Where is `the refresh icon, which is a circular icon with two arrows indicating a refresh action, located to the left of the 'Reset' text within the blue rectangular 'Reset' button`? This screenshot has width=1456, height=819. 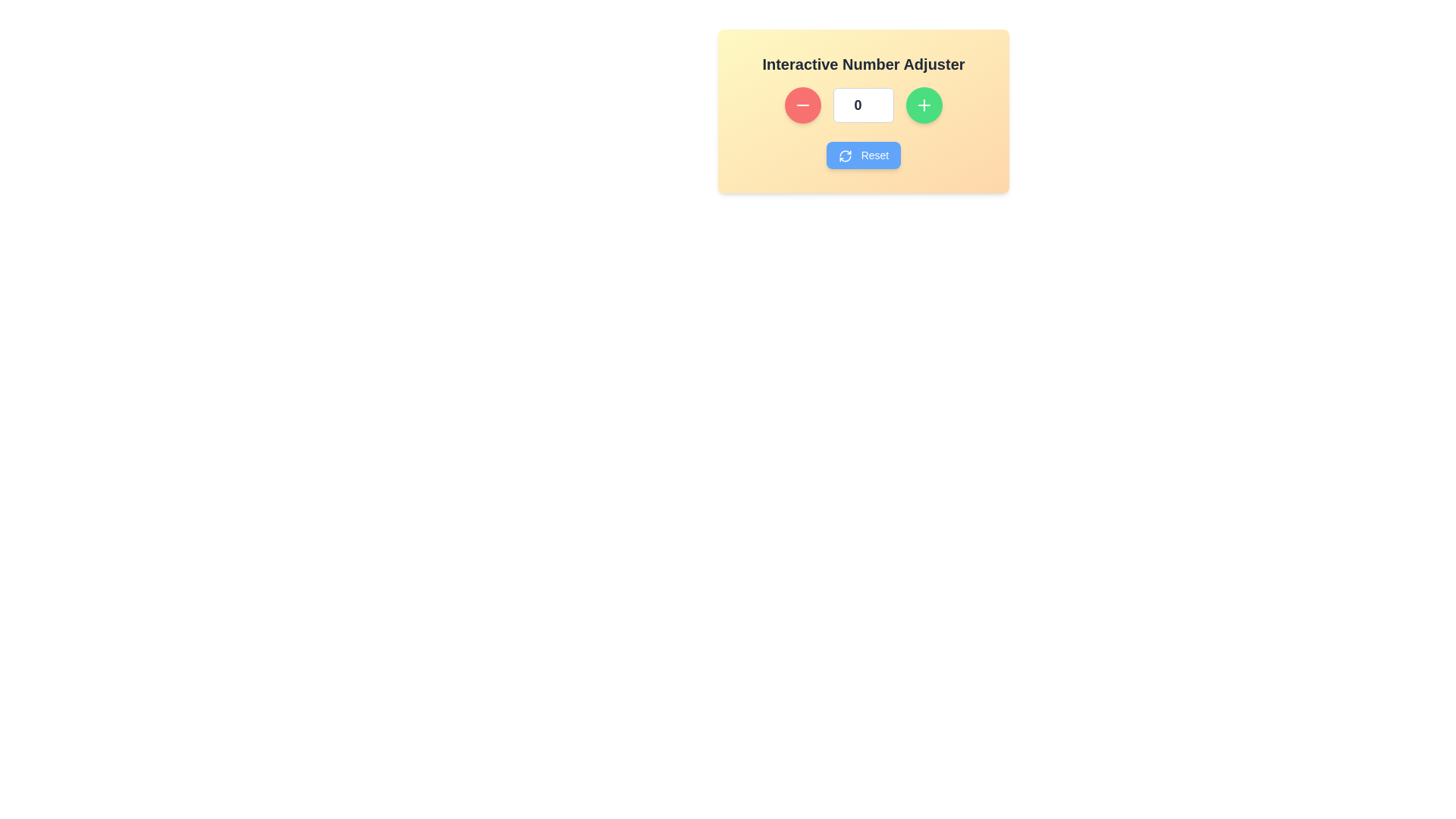 the refresh icon, which is a circular icon with two arrows indicating a refresh action, located to the left of the 'Reset' text within the blue rectangular 'Reset' button is located at coordinates (844, 156).